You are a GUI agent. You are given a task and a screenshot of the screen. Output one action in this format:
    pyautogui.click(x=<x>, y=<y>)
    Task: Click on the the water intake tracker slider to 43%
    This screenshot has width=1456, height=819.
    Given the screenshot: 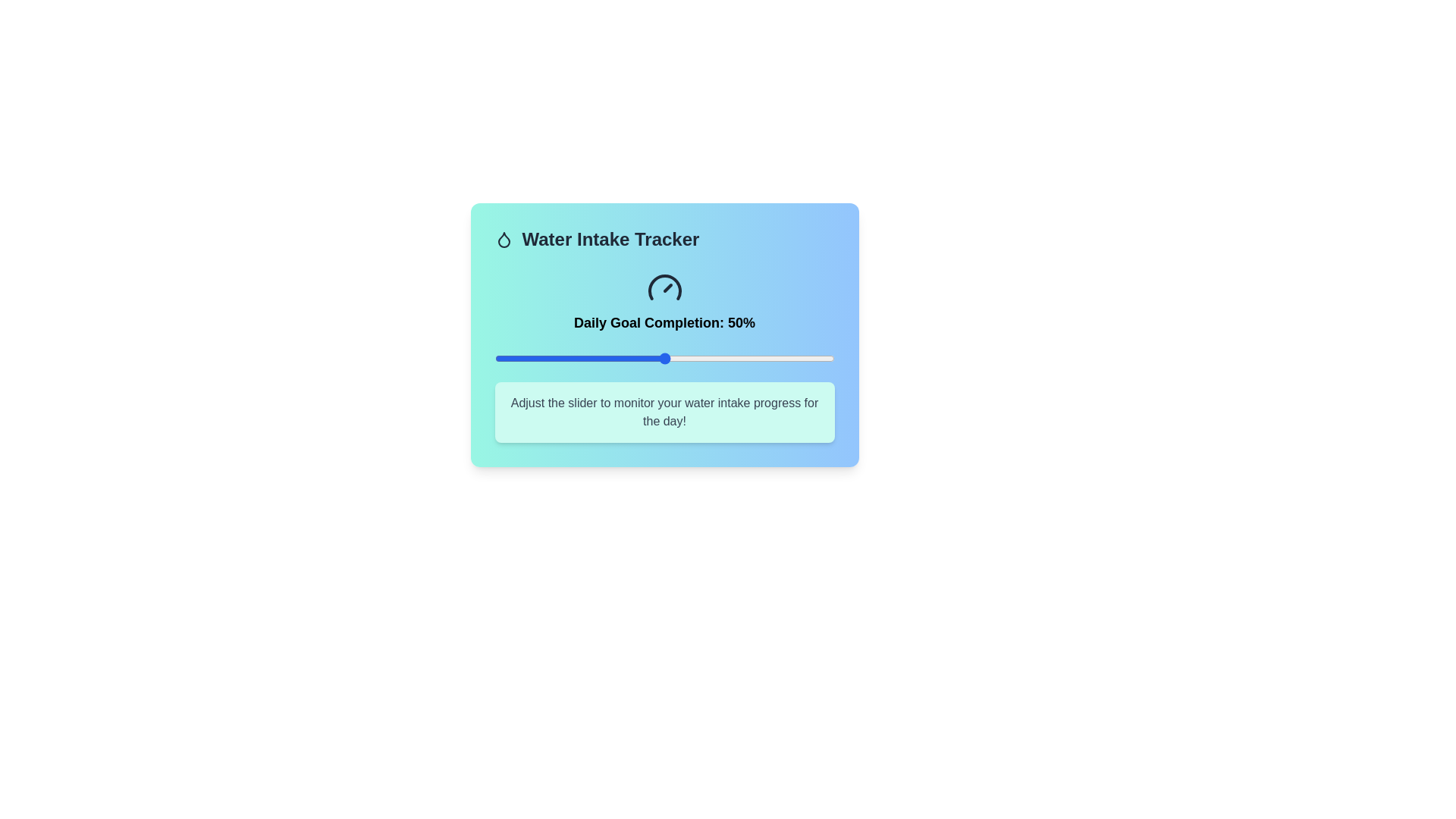 What is the action you would take?
    pyautogui.click(x=641, y=359)
    